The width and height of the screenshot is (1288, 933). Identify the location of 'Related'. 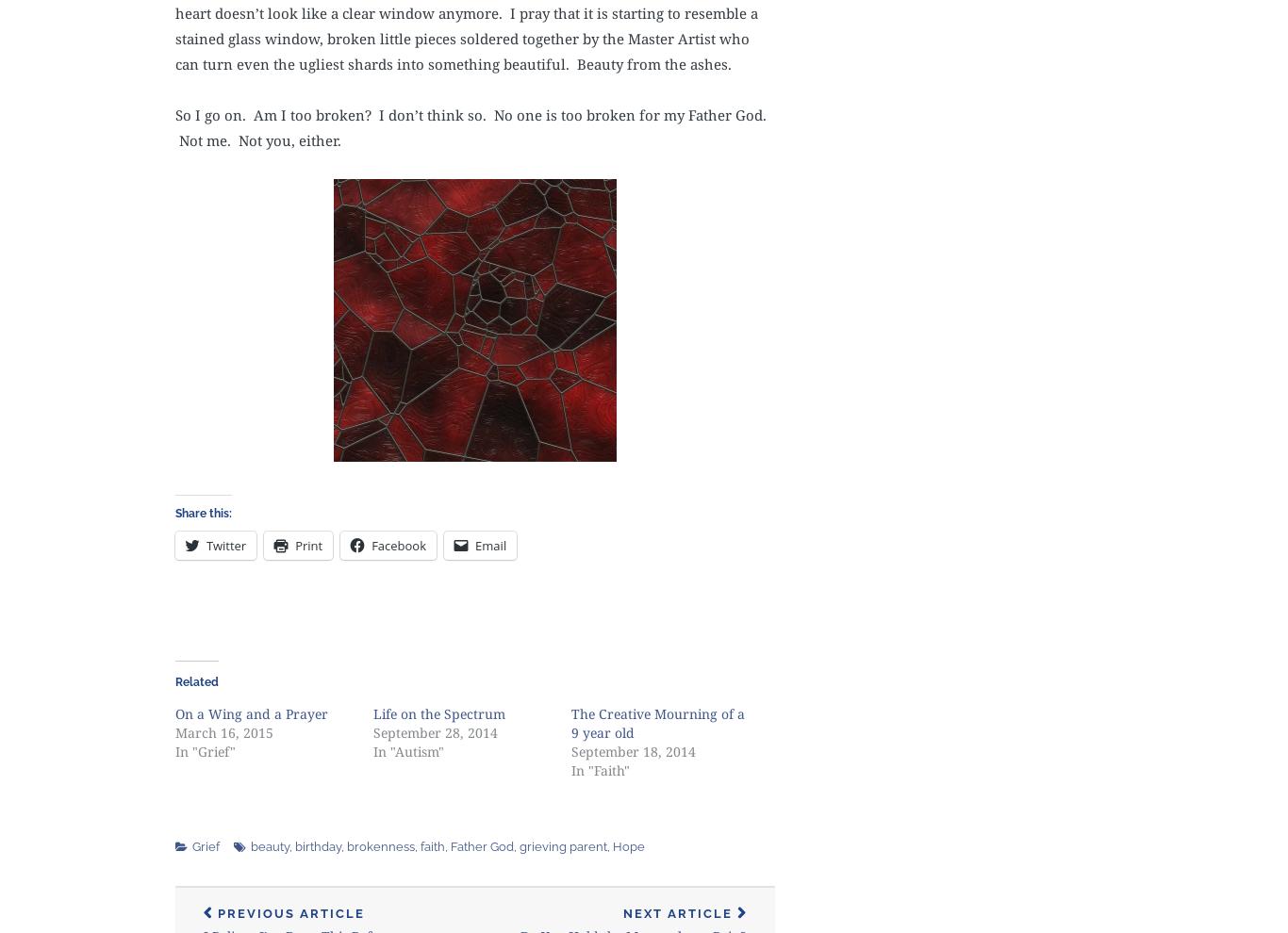
(195, 680).